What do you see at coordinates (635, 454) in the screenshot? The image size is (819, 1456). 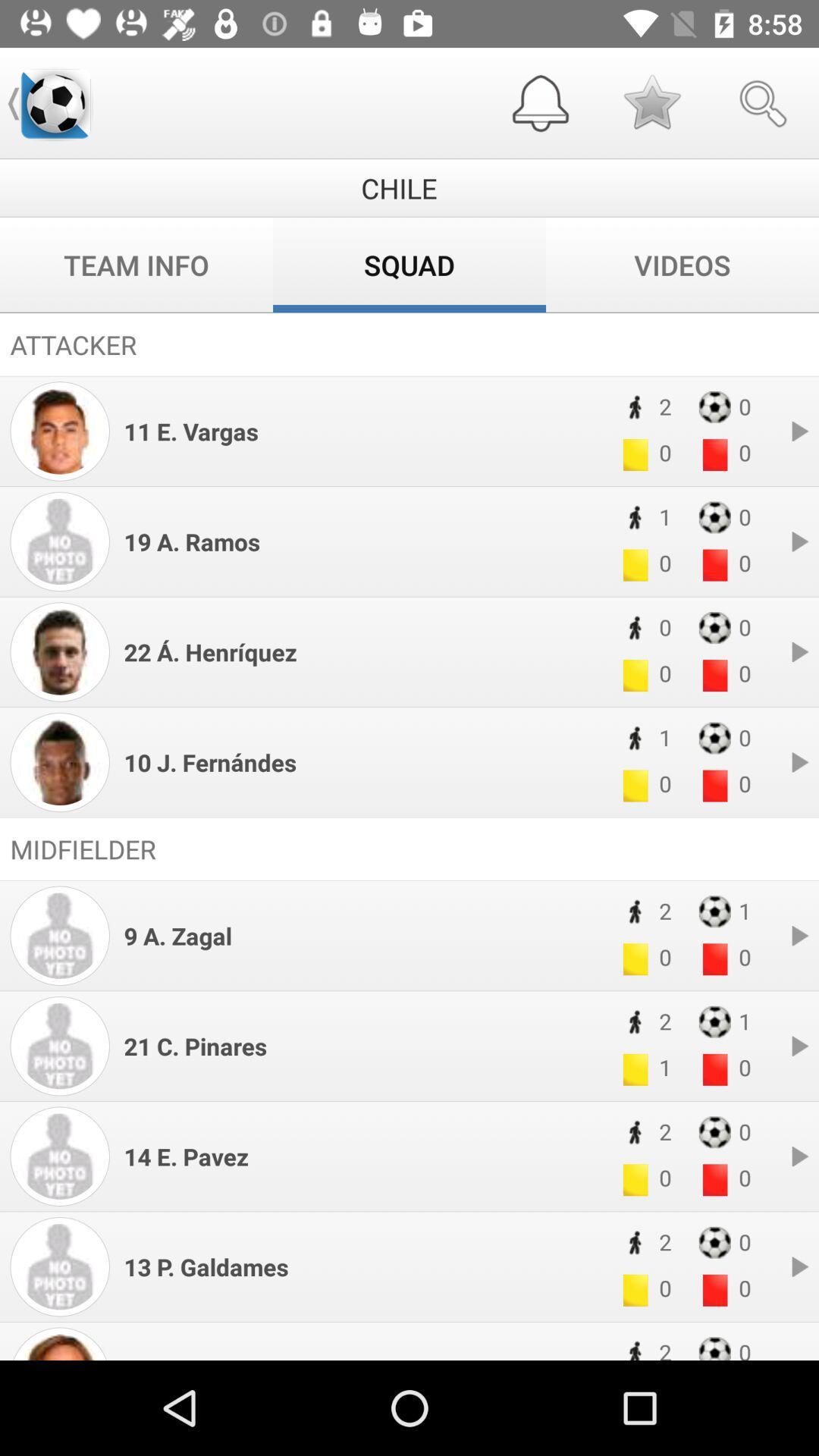 I see `the yellow box of 11 e vargas` at bounding box center [635, 454].